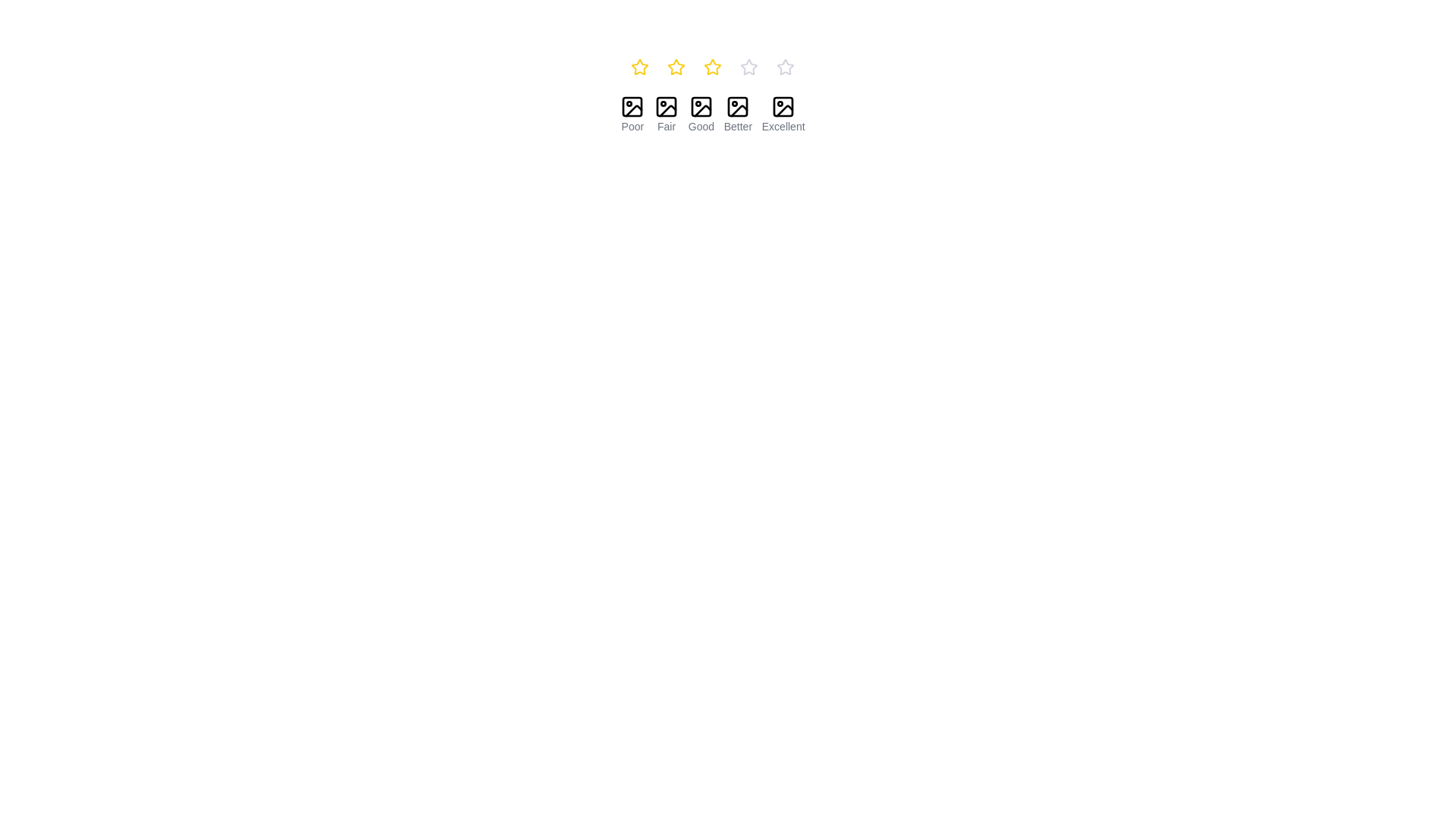 Image resolution: width=1456 pixels, height=819 pixels. Describe the element at coordinates (700, 106) in the screenshot. I see `the rectangular part of the icon component that is centrally positioned within the image icon representing the 'Good' rating` at that location.